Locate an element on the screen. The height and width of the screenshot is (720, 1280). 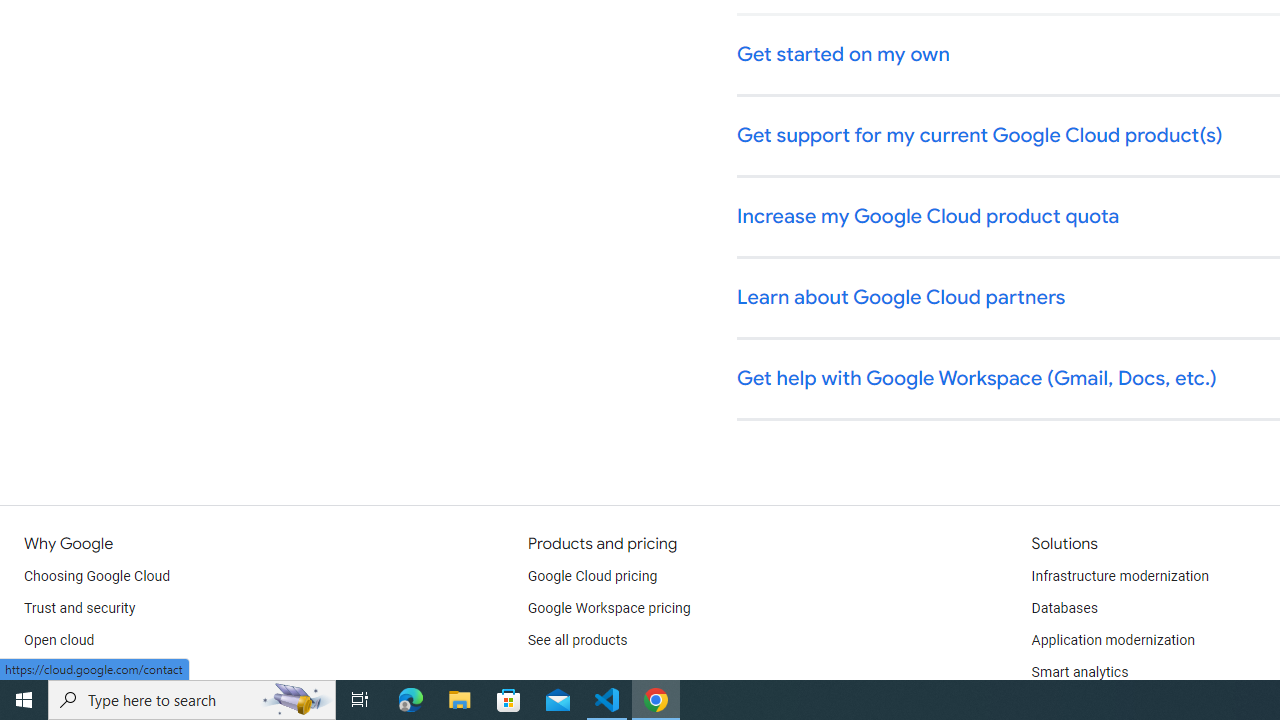
'Application modernization' is located at coordinates (1111, 640).